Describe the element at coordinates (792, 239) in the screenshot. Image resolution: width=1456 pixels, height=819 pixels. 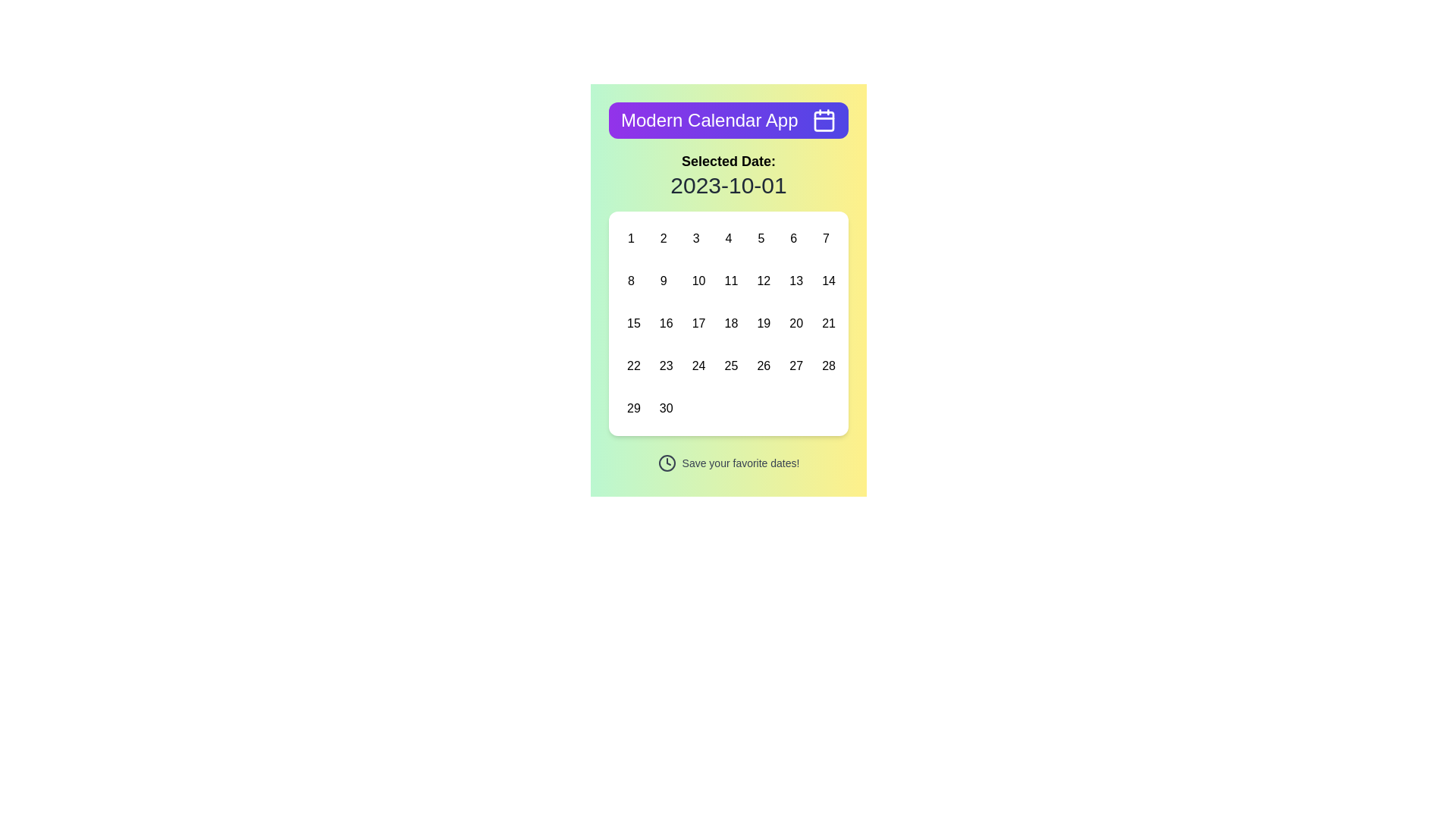
I see `the button displaying the number '6'` at that location.